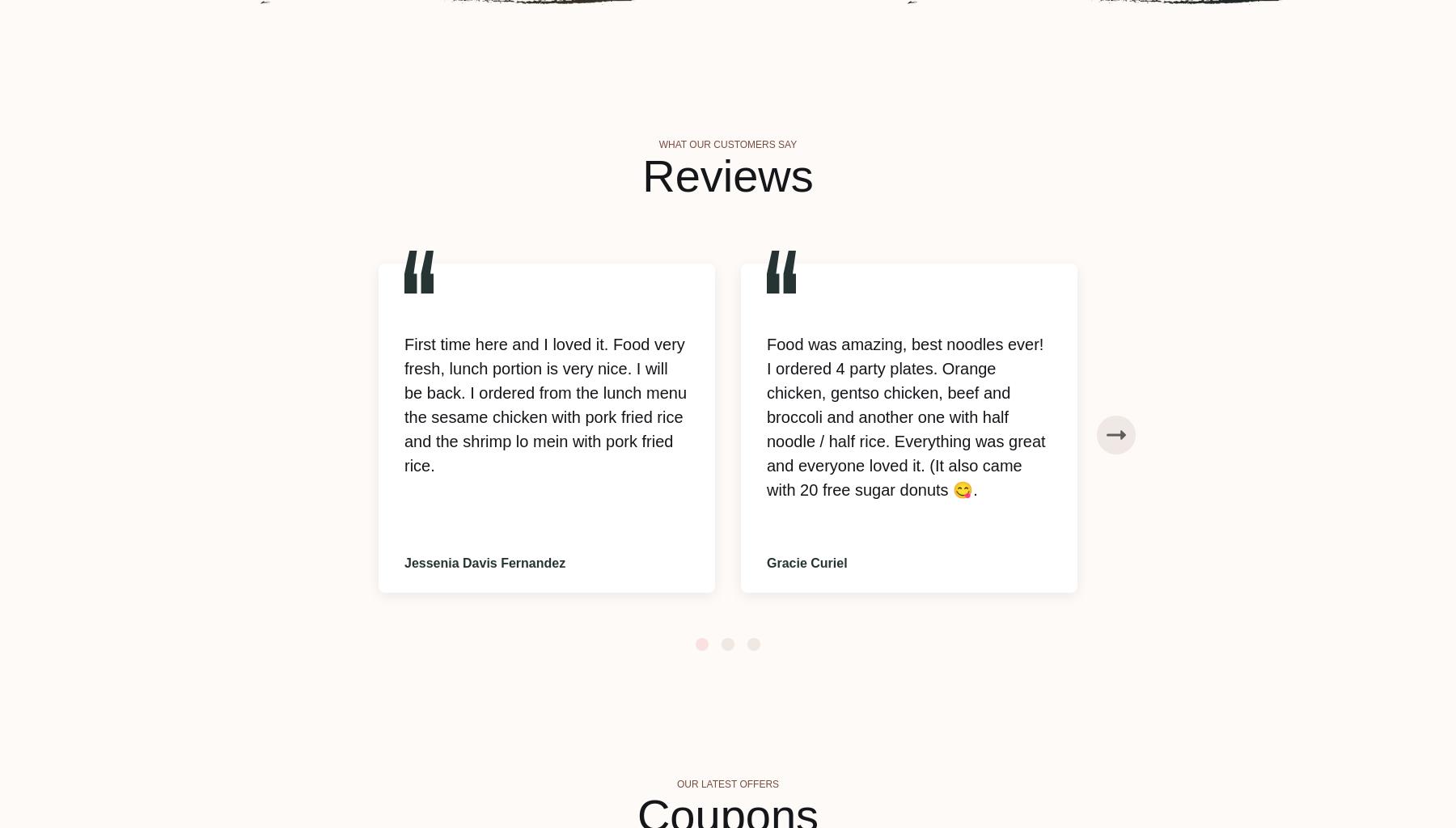 This screenshot has height=828, width=1456. Describe the element at coordinates (1268, 380) in the screenshot. I see `'I just found out this Chinese restaurant and saw this. My first time trying it and it tasted delicious!!!! I’m coming back again just for this!'` at that location.